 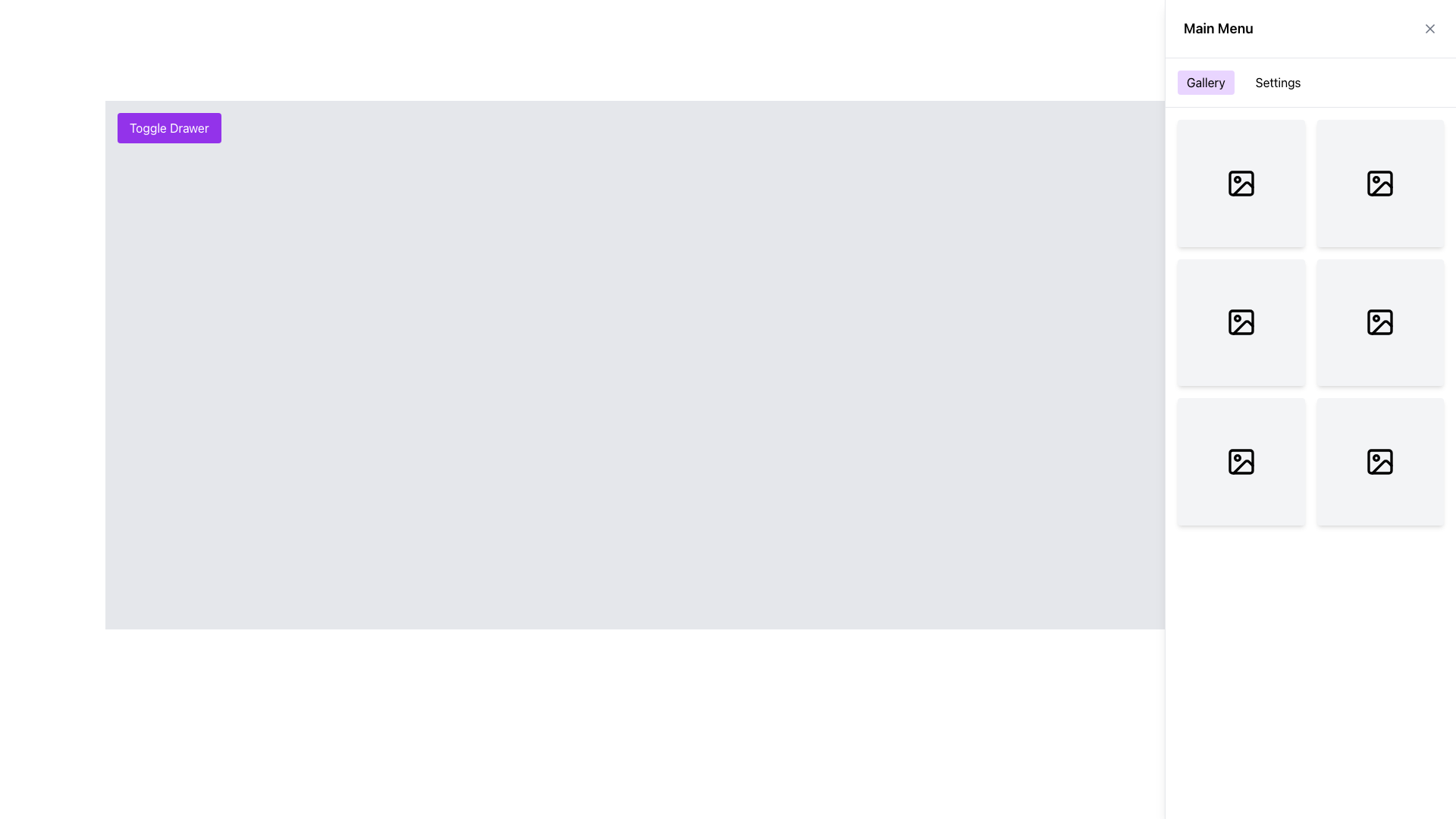 I want to click on the icon representing an image placeholder located in the second row, second column of the gallery section in the main menu, so click(x=1380, y=182).